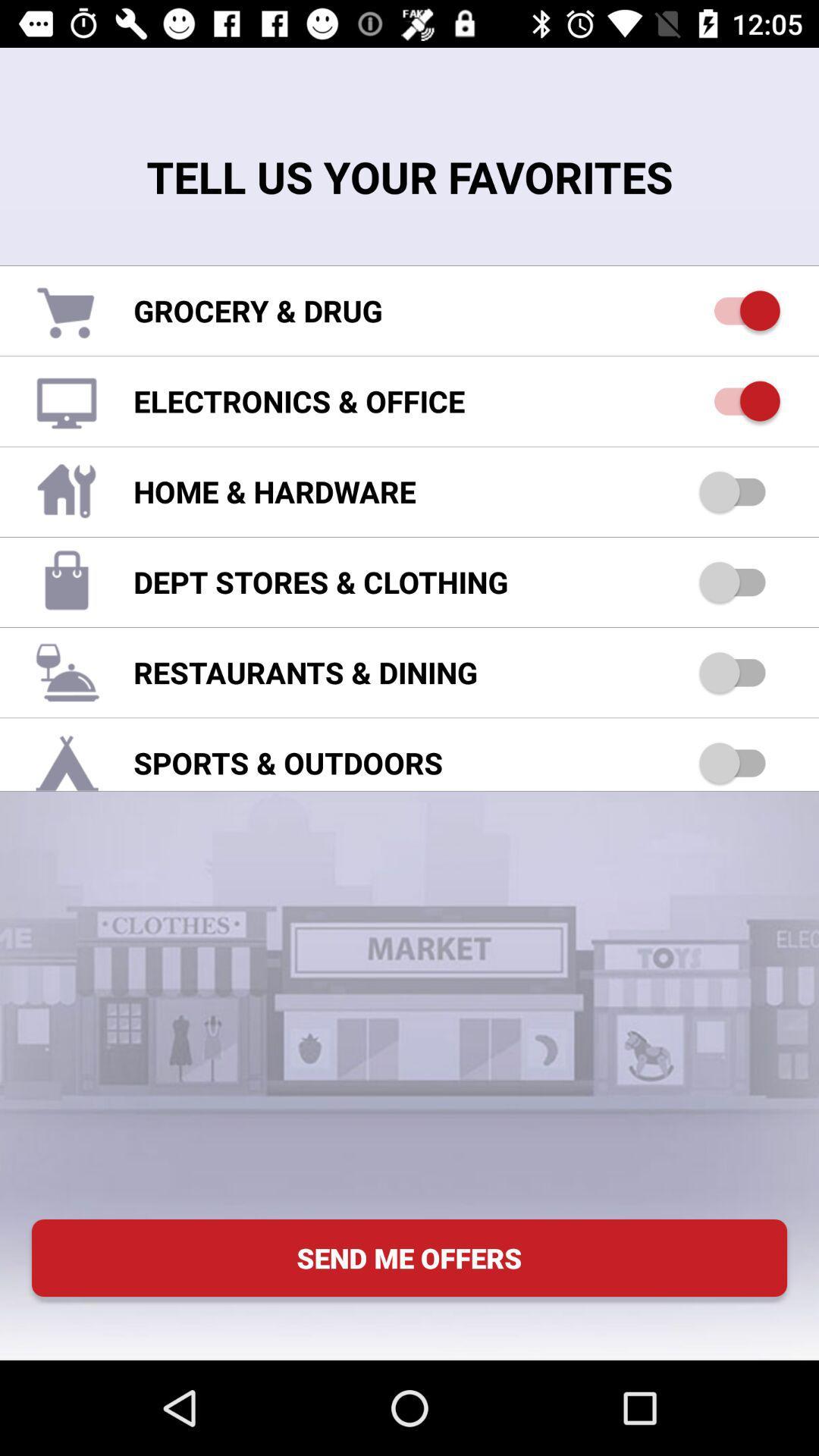 Image resolution: width=819 pixels, height=1456 pixels. What do you see at coordinates (739, 671) in the screenshot?
I see `restaurant dining option` at bounding box center [739, 671].